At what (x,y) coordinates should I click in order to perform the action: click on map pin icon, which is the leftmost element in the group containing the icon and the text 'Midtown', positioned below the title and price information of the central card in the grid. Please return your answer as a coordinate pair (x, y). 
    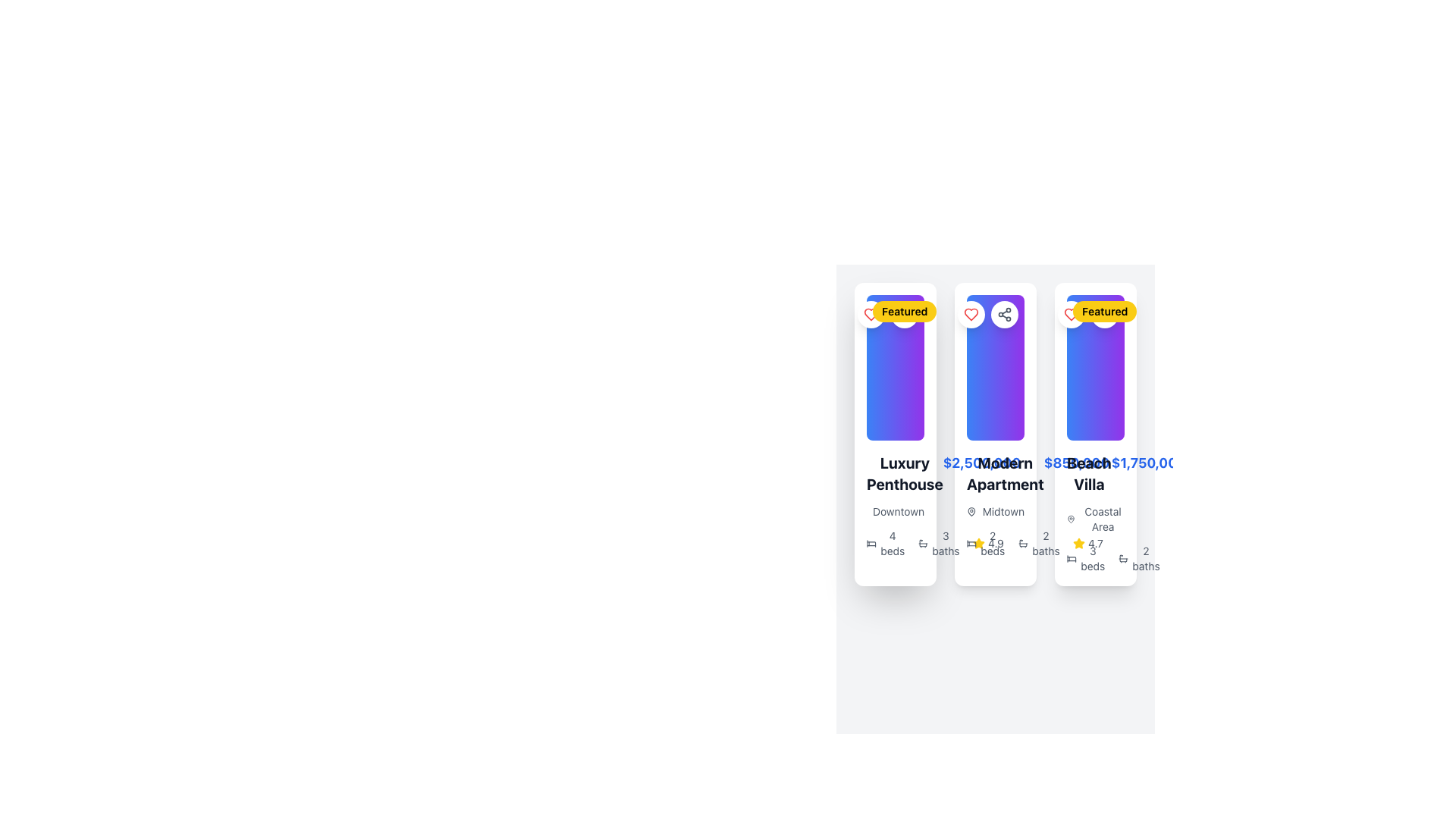
    Looking at the image, I should click on (971, 512).